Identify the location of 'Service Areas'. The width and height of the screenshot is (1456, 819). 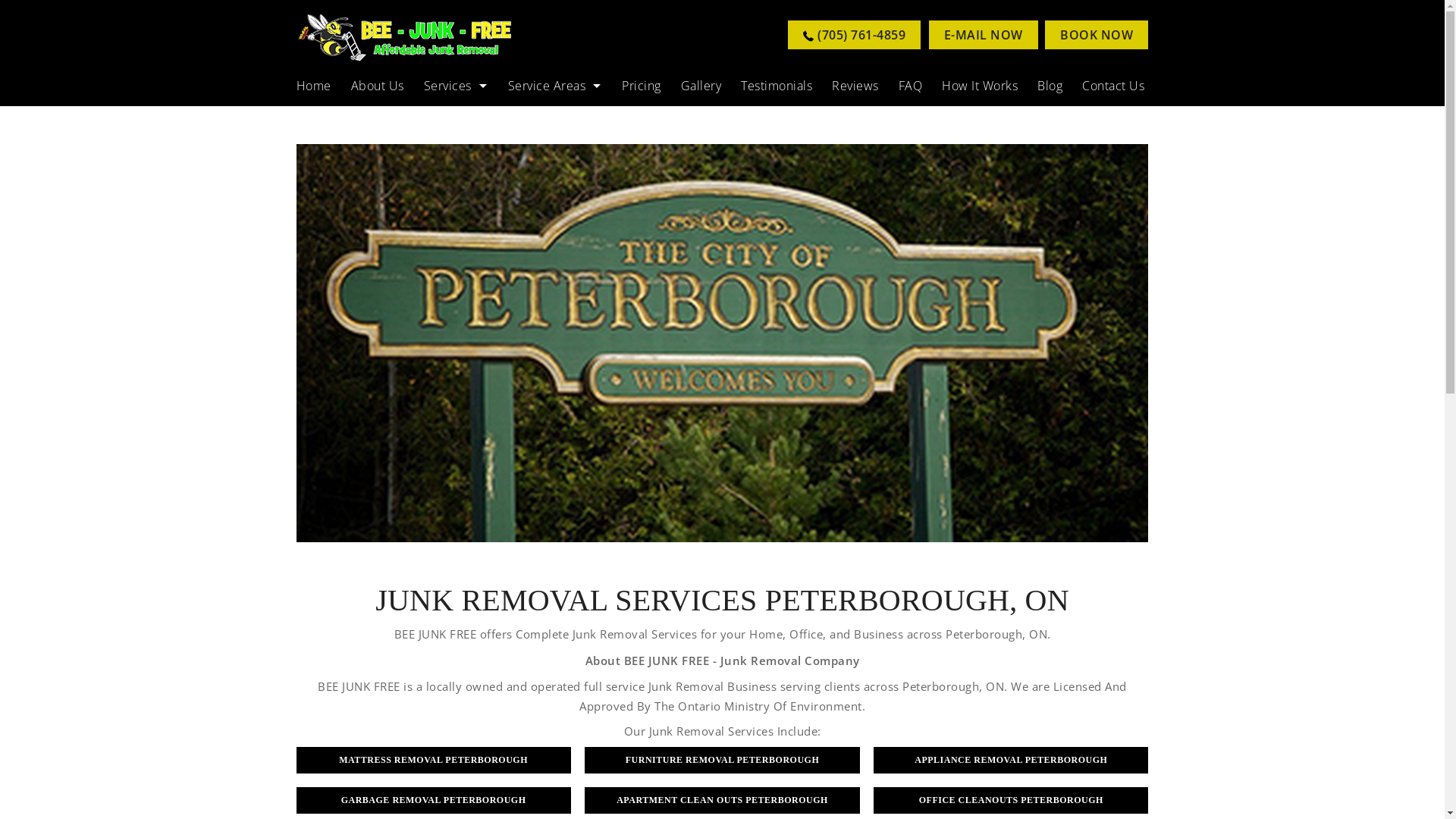
(554, 86).